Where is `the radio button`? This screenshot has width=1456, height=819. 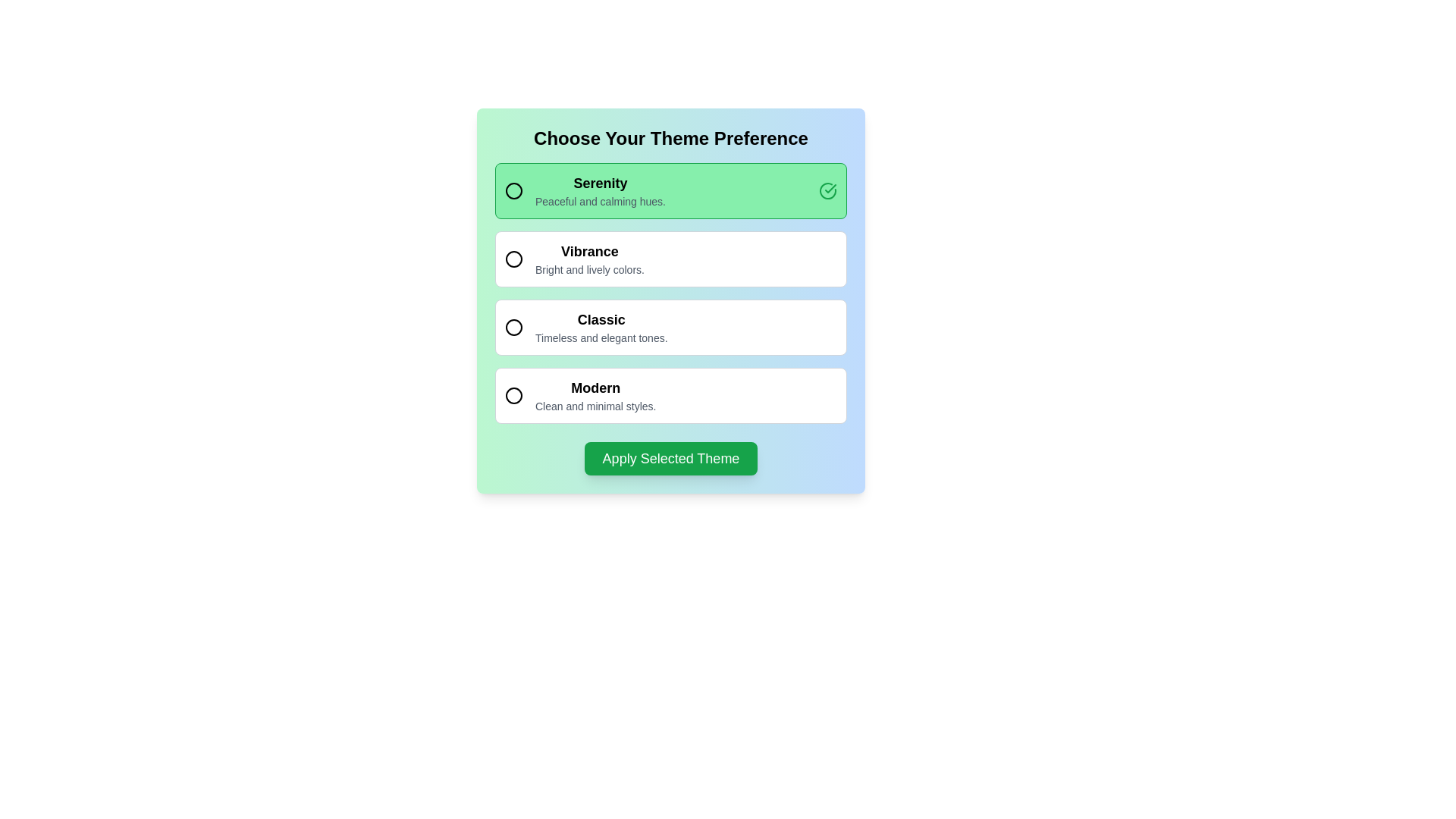
the radio button is located at coordinates (513, 327).